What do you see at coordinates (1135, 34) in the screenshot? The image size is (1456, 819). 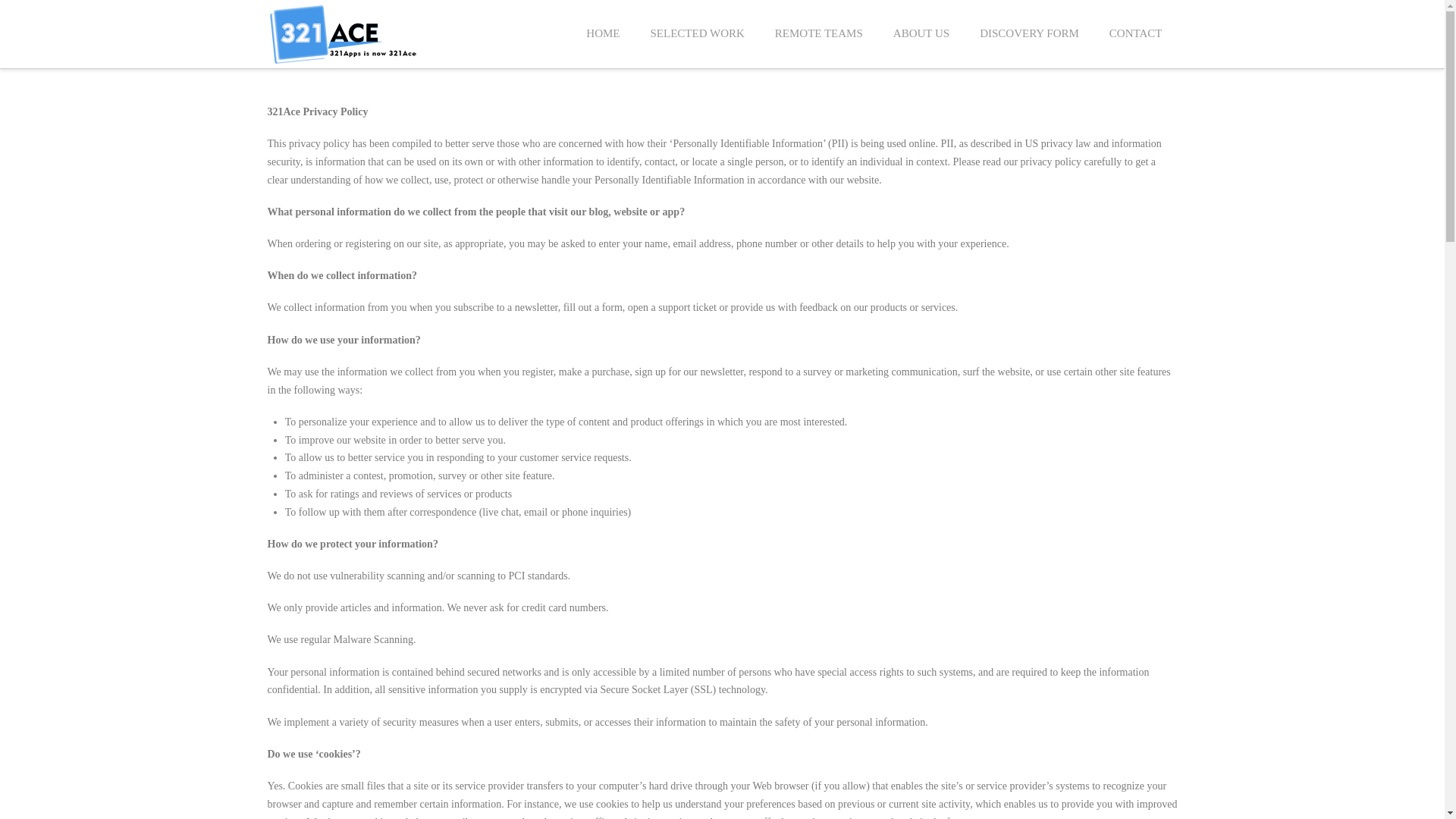 I see `'CONTACT'` at bounding box center [1135, 34].